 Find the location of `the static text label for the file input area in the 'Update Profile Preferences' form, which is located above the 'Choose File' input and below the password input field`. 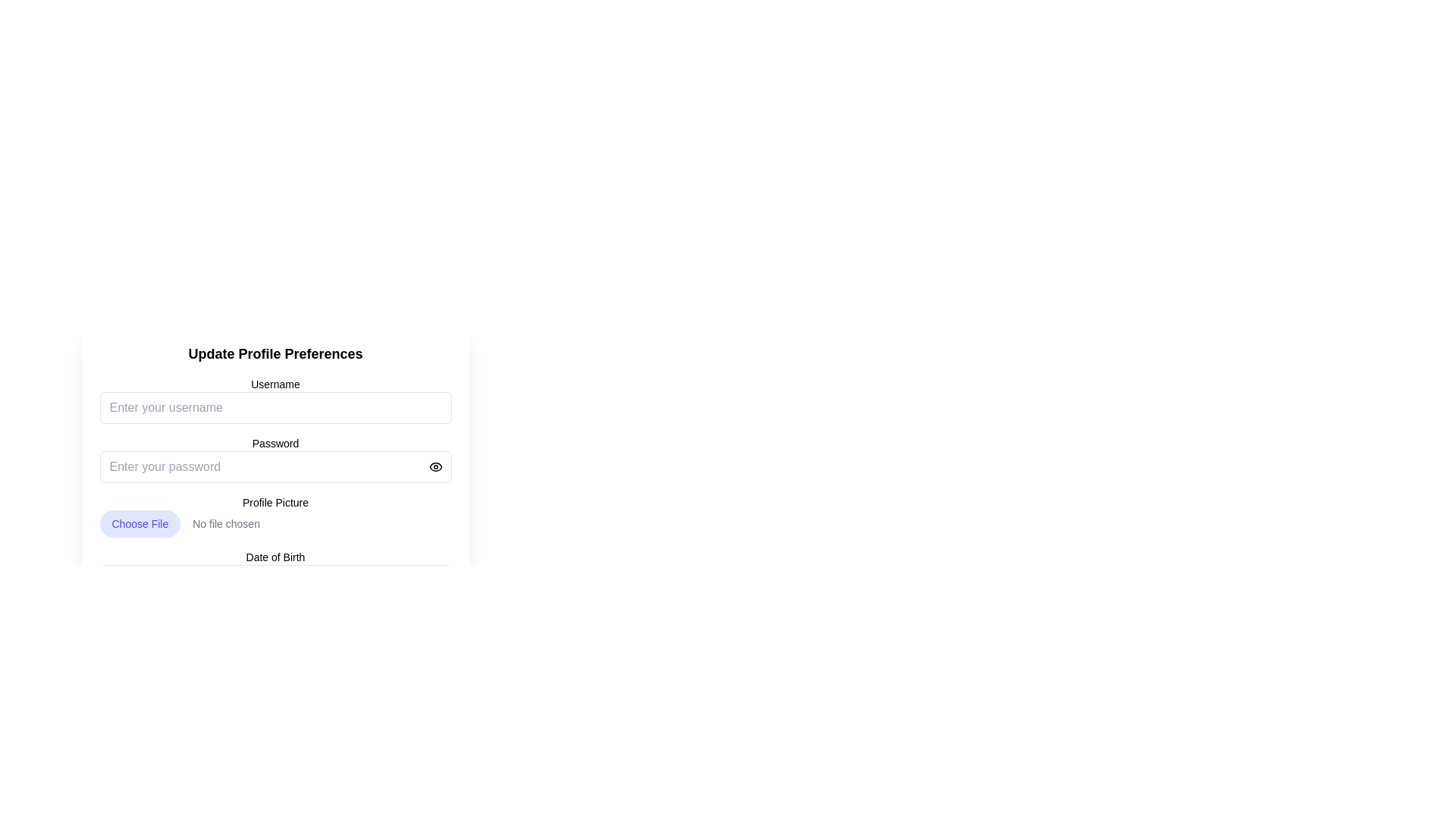

the static text label for the file input area in the 'Update Profile Preferences' form, which is located above the 'Choose File' input and below the password input field is located at coordinates (275, 503).